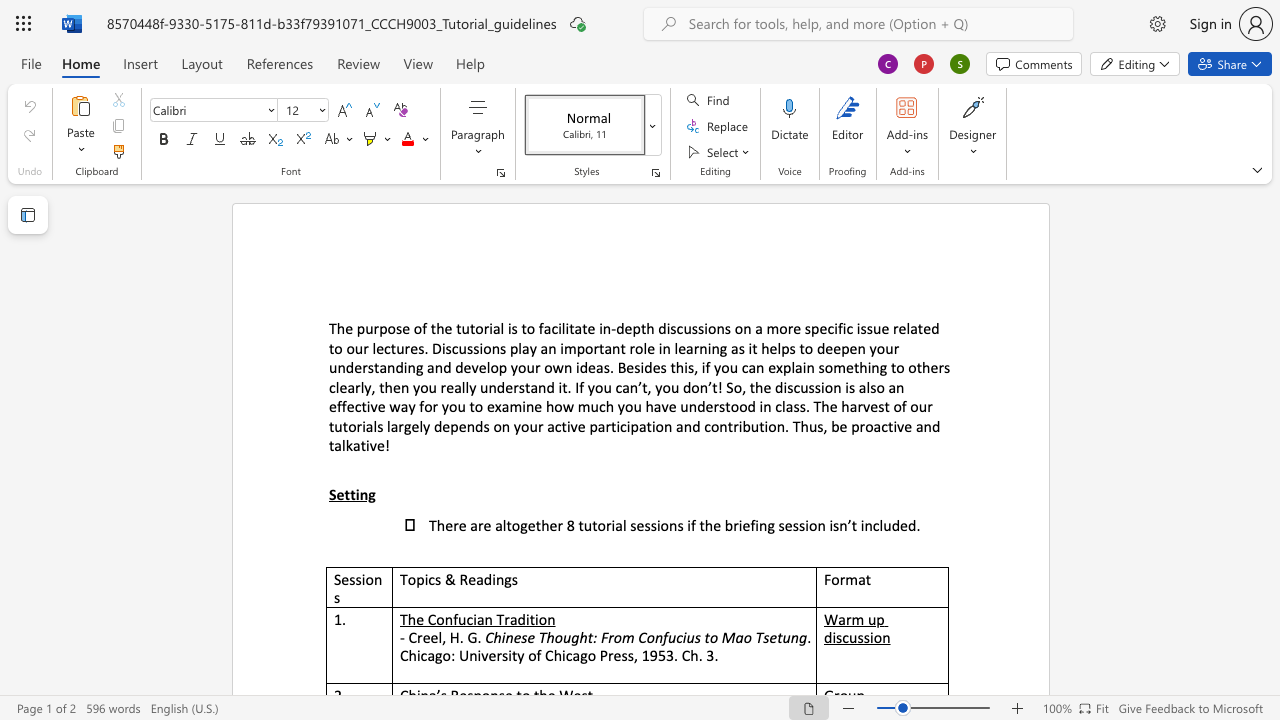  I want to click on the space between the continuous character "u" and "c" in the text, so click(465, 618).